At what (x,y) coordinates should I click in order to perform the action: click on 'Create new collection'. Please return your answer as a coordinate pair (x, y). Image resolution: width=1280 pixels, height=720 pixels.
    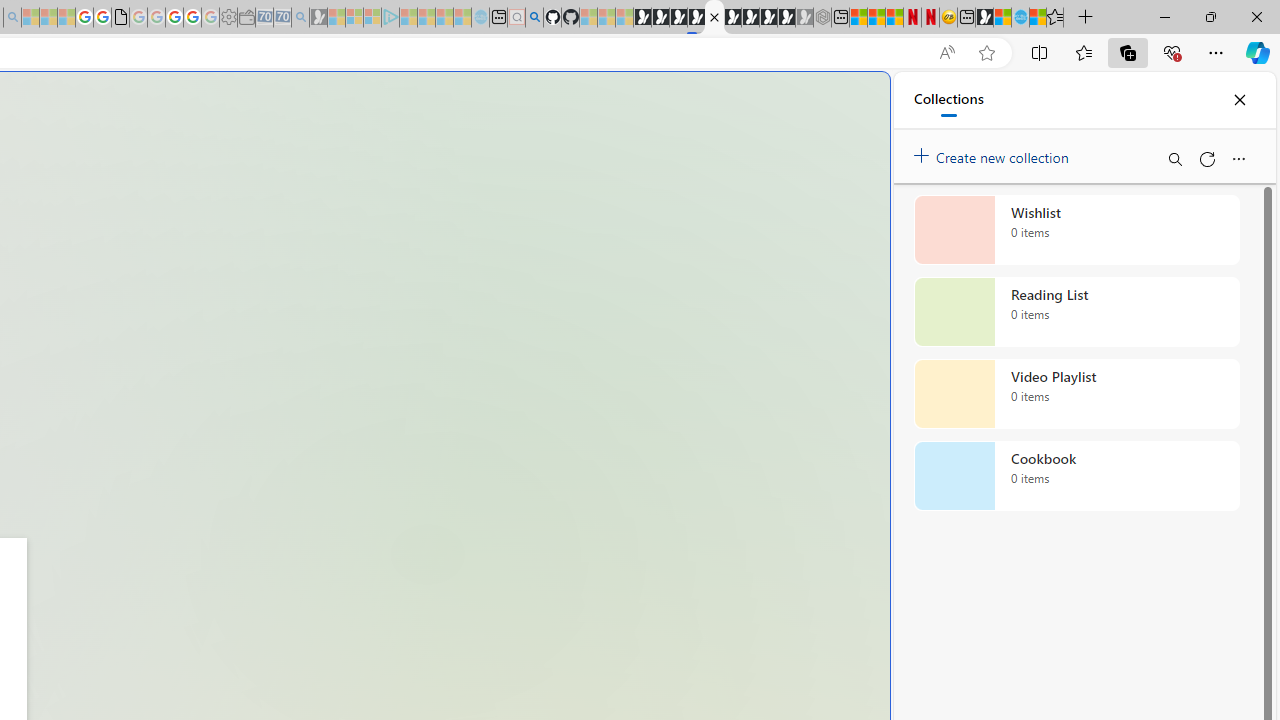
    Looking at the image, I should click on (995, 152).